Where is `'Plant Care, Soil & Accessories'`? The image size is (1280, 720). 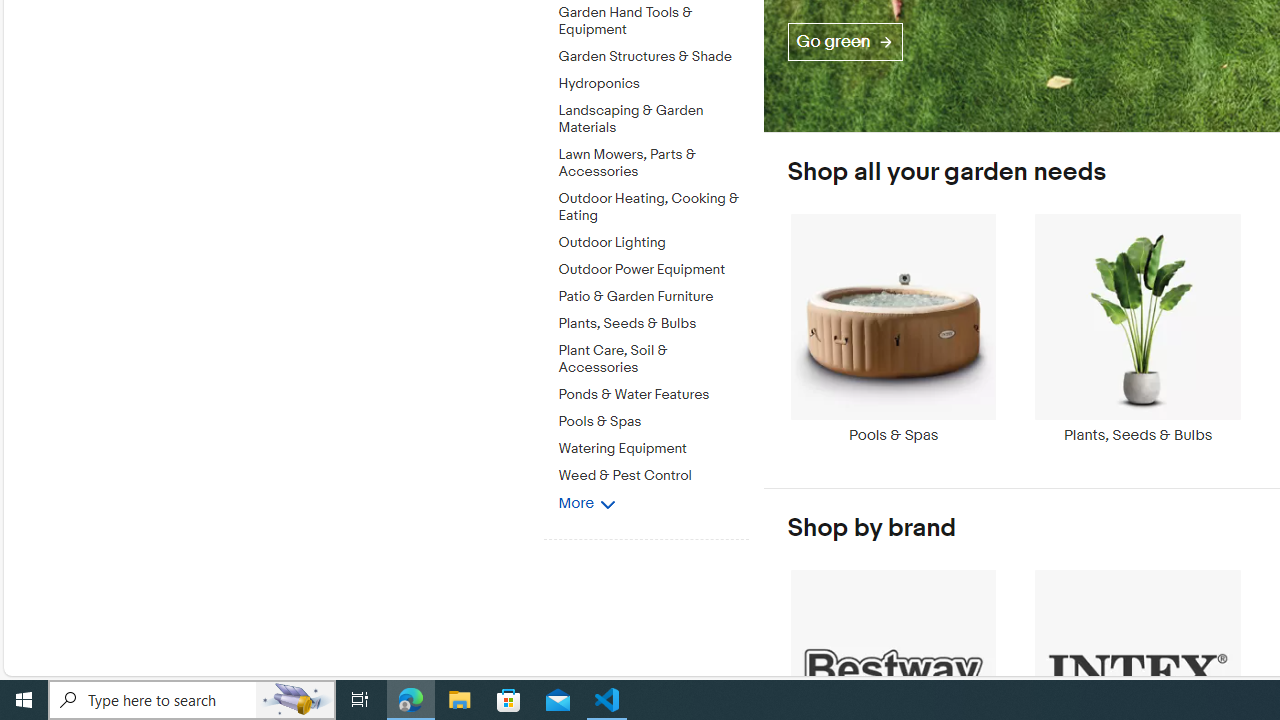
'Plant Care, Soil & Accessories' is located at coordinates (653, 355).